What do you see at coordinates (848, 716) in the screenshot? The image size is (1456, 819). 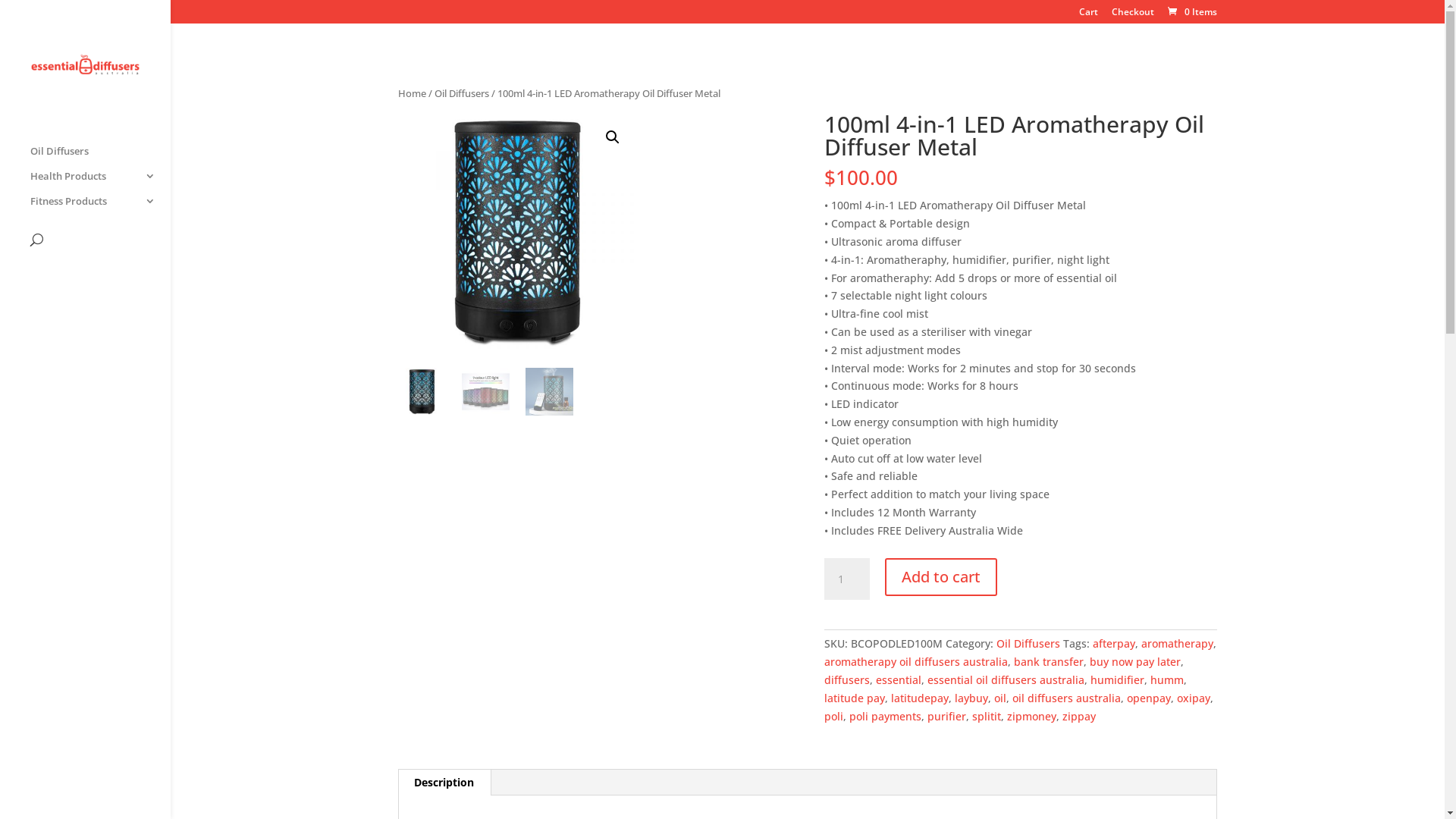 I see `'poli payments'` at bounding box center [848, 716].